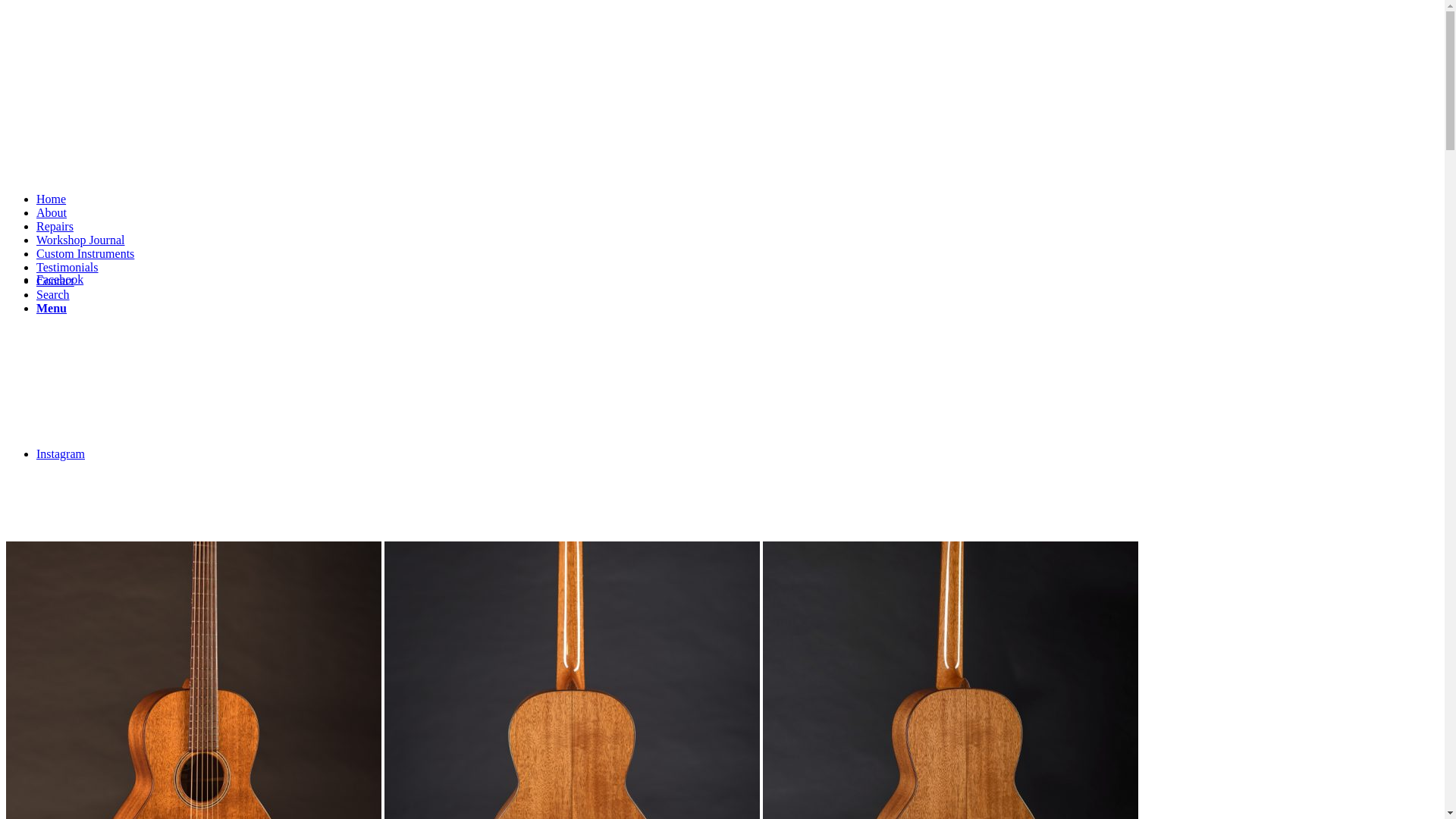 This screenshot has height=819, width=1456. I want to click on 'Home', so click(36, 198).